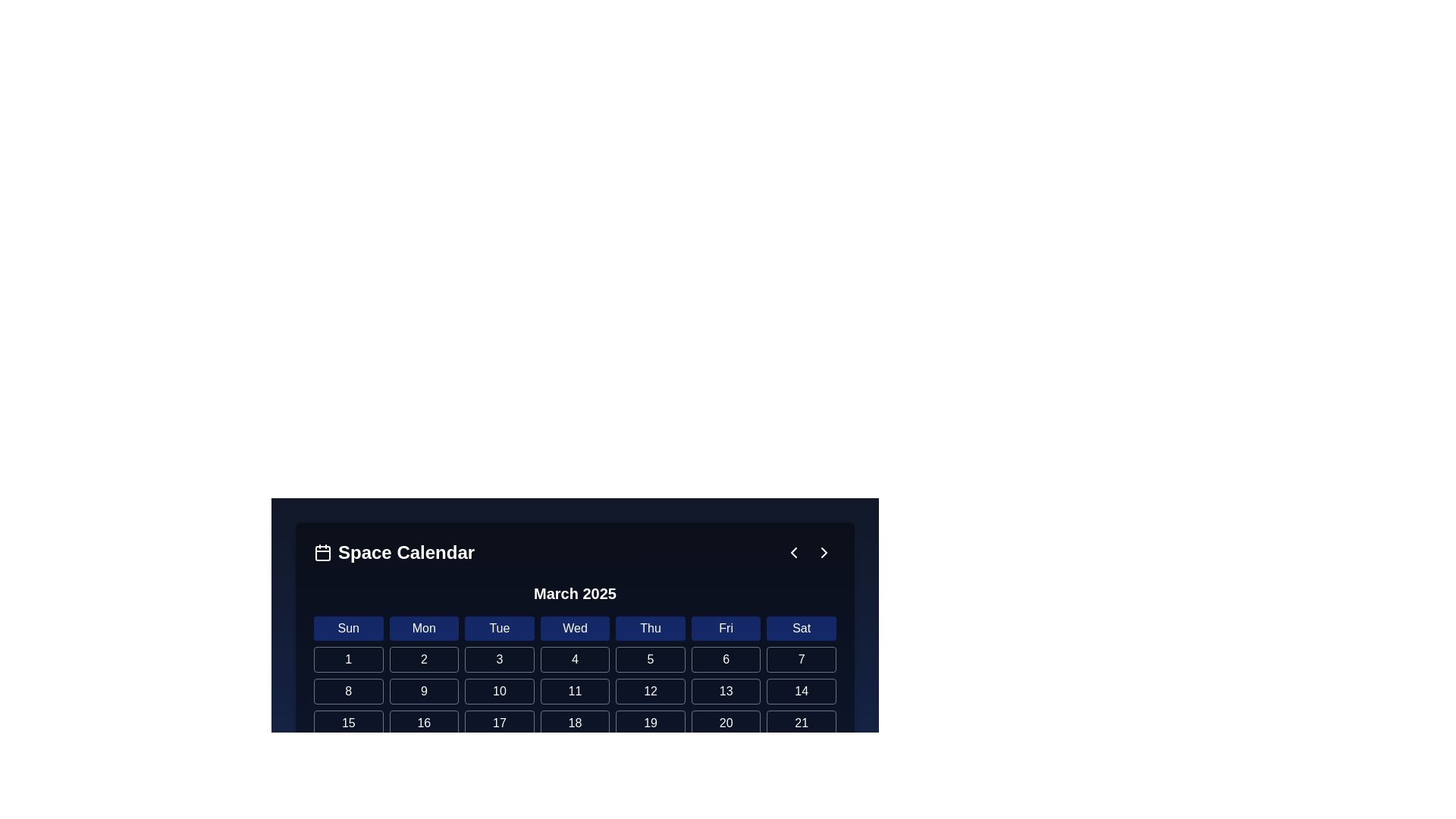 This screenshot has width=1456, height=819. I want to click on the Date cell displaying the number '9' in the calendar grid, which is located in the third row and second column, below the 'Mon' header, so click(424, 691).